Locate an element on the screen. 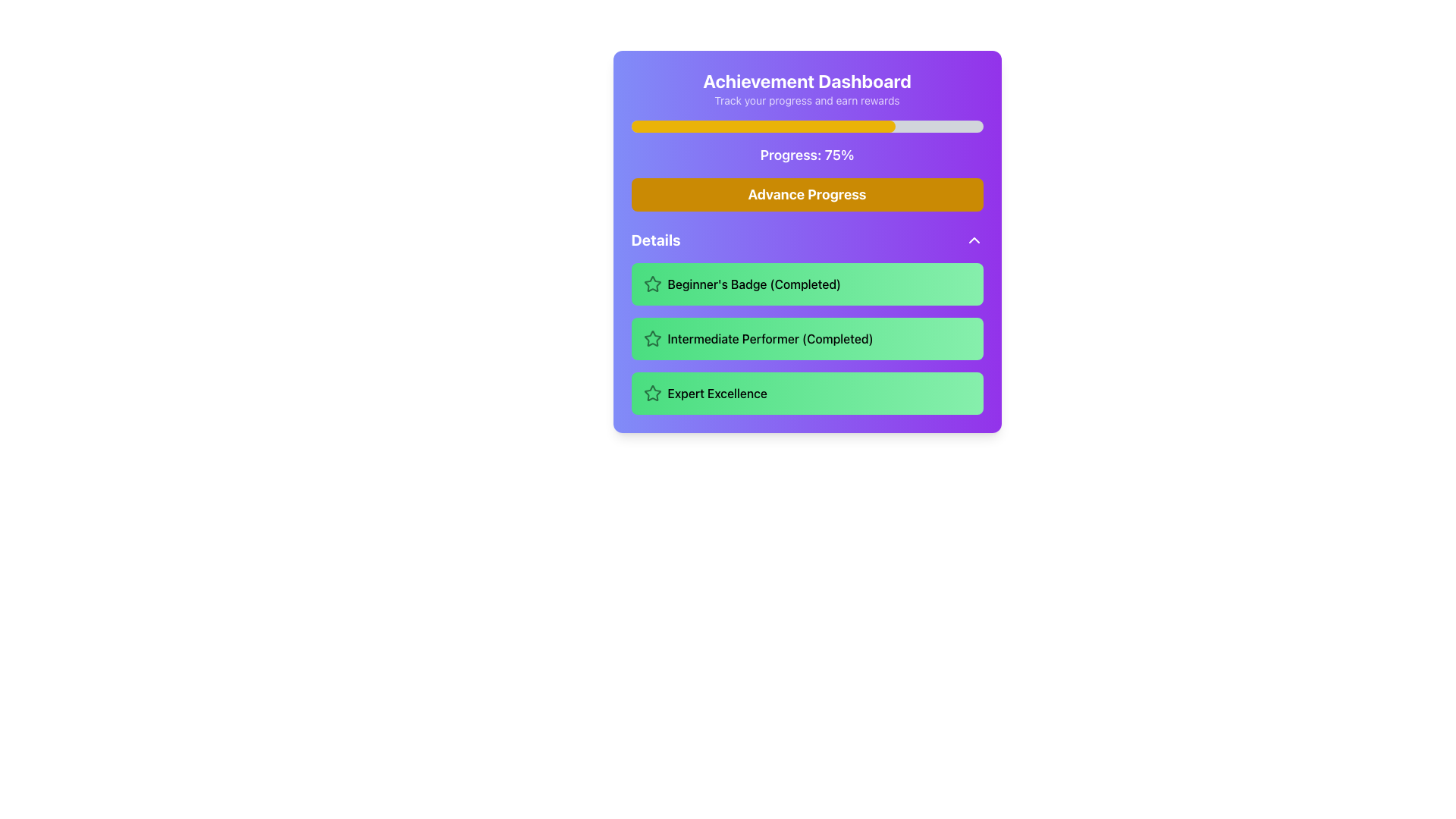 The height and width of the screenshot is (819, 1456). the icon representing the 'Intermediate Performer (Completed)' achievement located in the second row of the Achievement Dashboard, before the text 'Intermediate Performer (Completed)' is located at coordinates (652, 284).